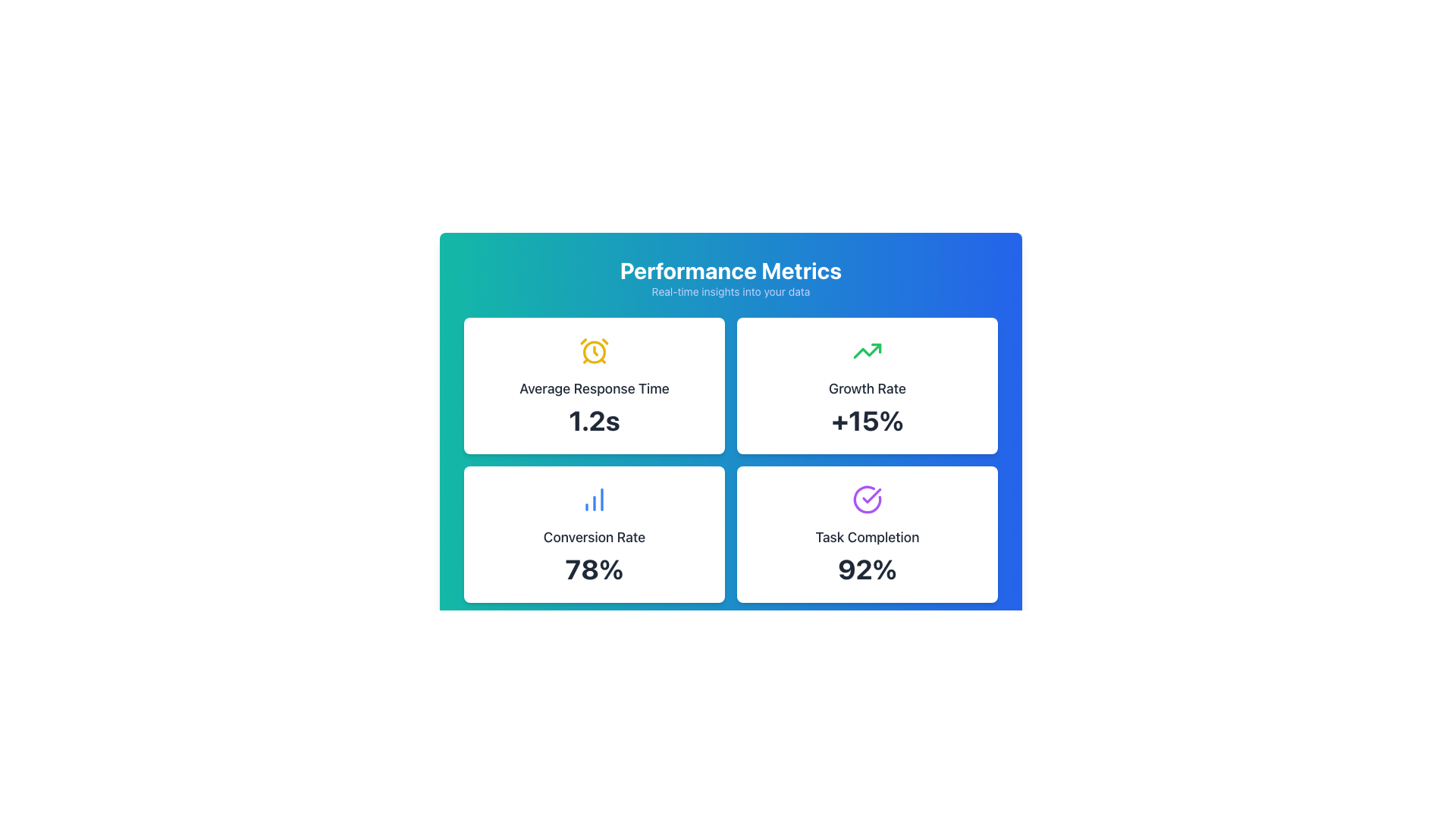 This screenshot has height=819, width=1456. Describe the element at coordinates (593, 534) in the screenshot. I see `metrics displayed on the Information Display Card located in the bottom-left cell of a 2x2 grid structure, which shows the conversion rate as a percentage` at that location.